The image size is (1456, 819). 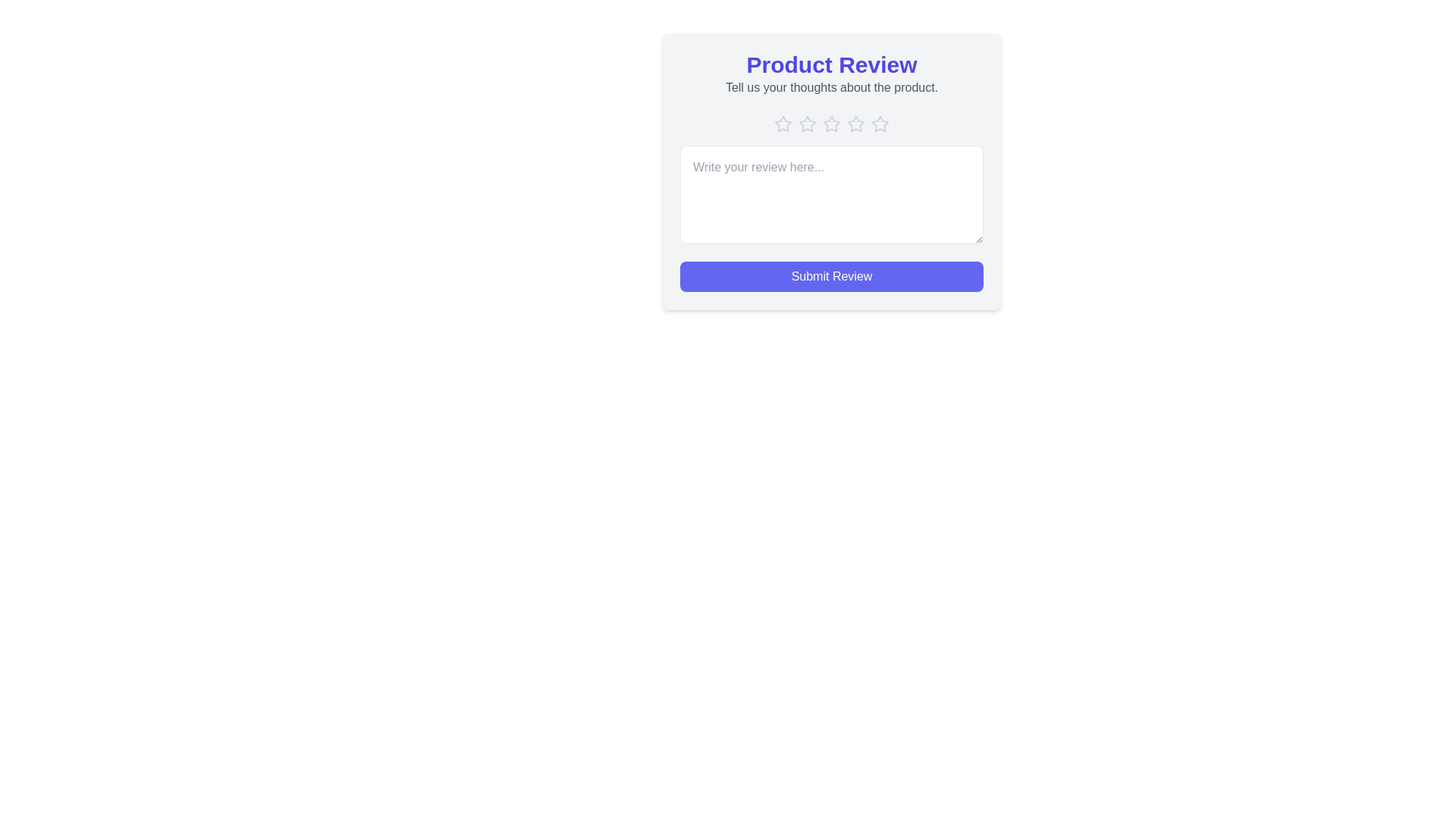 What do you see at coordinates (783, 123) in the screenshot?
I see `the first graphical rating star` at bounding box center [783, 123].